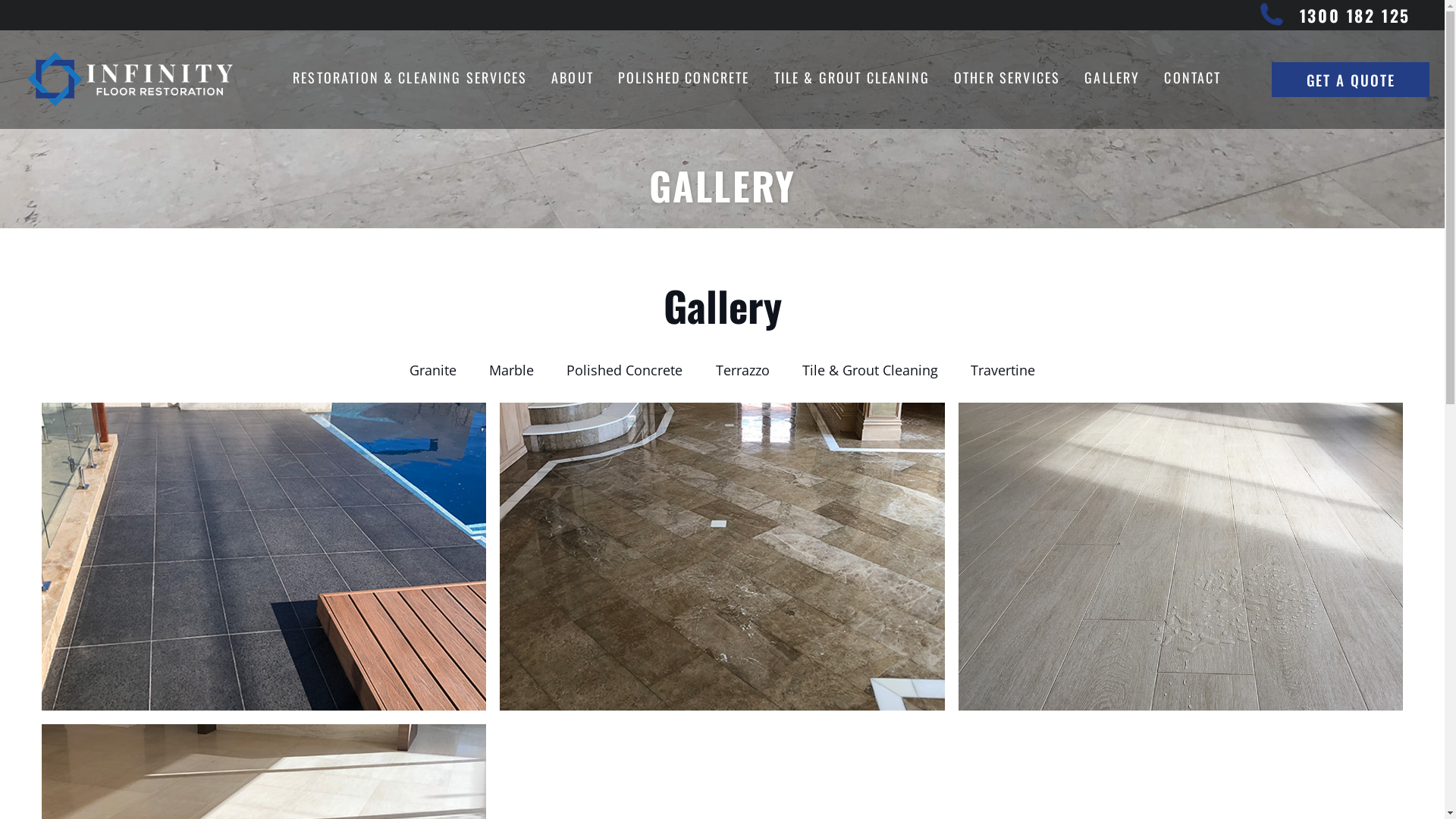 Image resolution: width=1456 pixels, height=819 pixels. What do you see at coordinates (549, 370) in the screenshot?
I see `'Polished Concrete'` at bounding box center [549, 370].